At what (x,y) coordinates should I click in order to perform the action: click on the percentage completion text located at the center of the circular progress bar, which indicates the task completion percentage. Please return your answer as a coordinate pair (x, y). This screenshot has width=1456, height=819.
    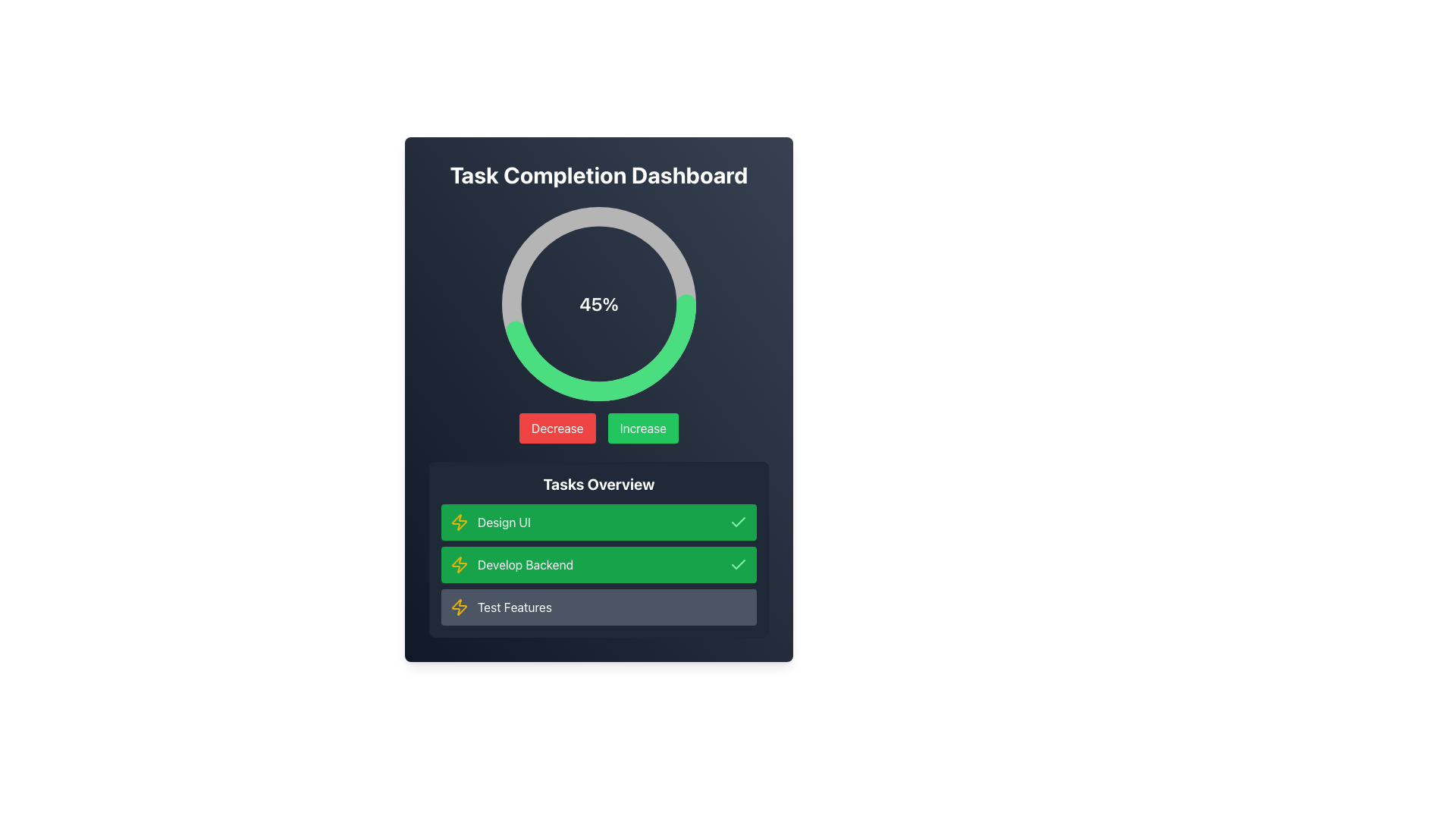
    Looking at the image, I should click on (598, 304).